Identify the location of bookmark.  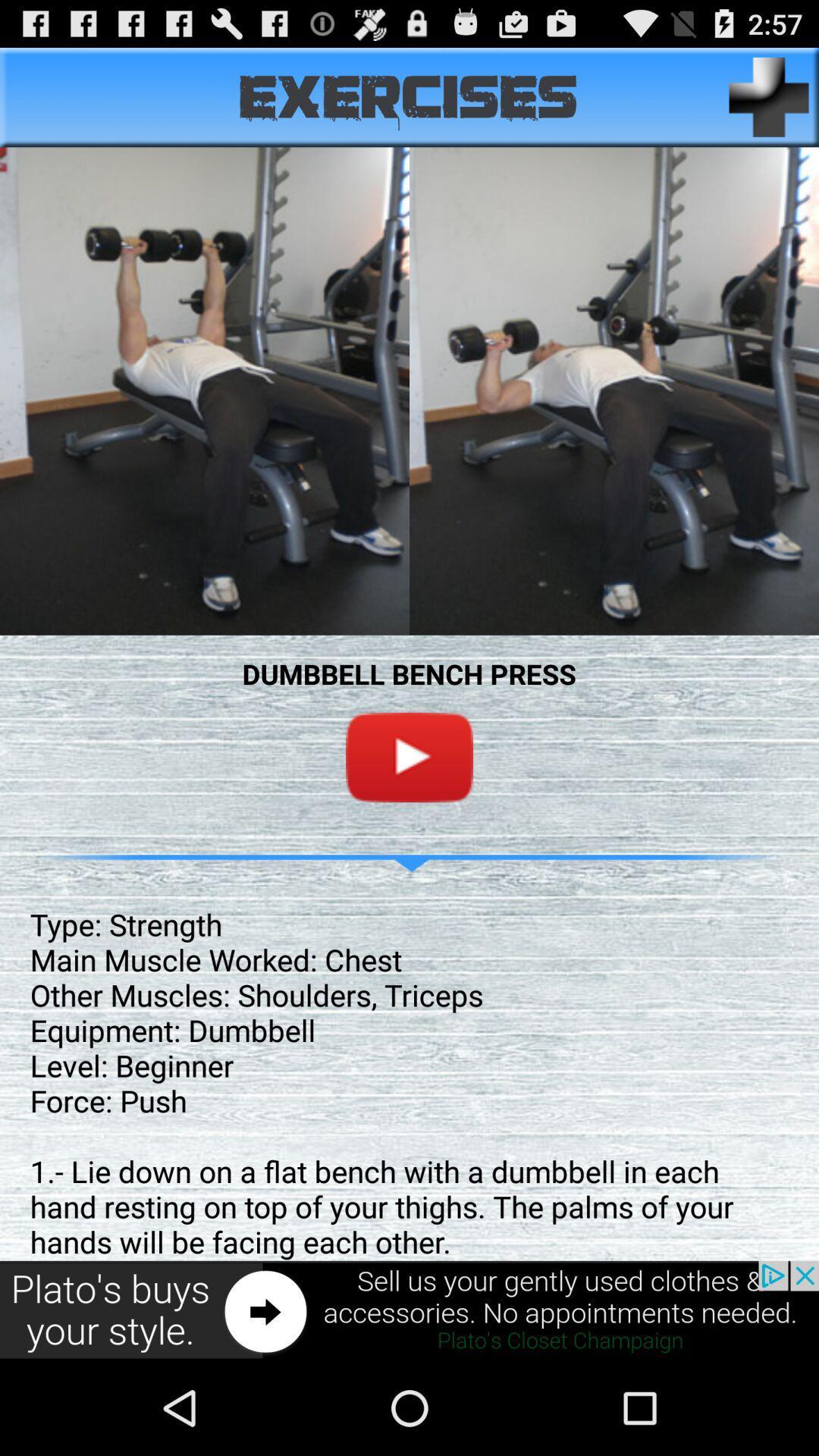
(769, 96).